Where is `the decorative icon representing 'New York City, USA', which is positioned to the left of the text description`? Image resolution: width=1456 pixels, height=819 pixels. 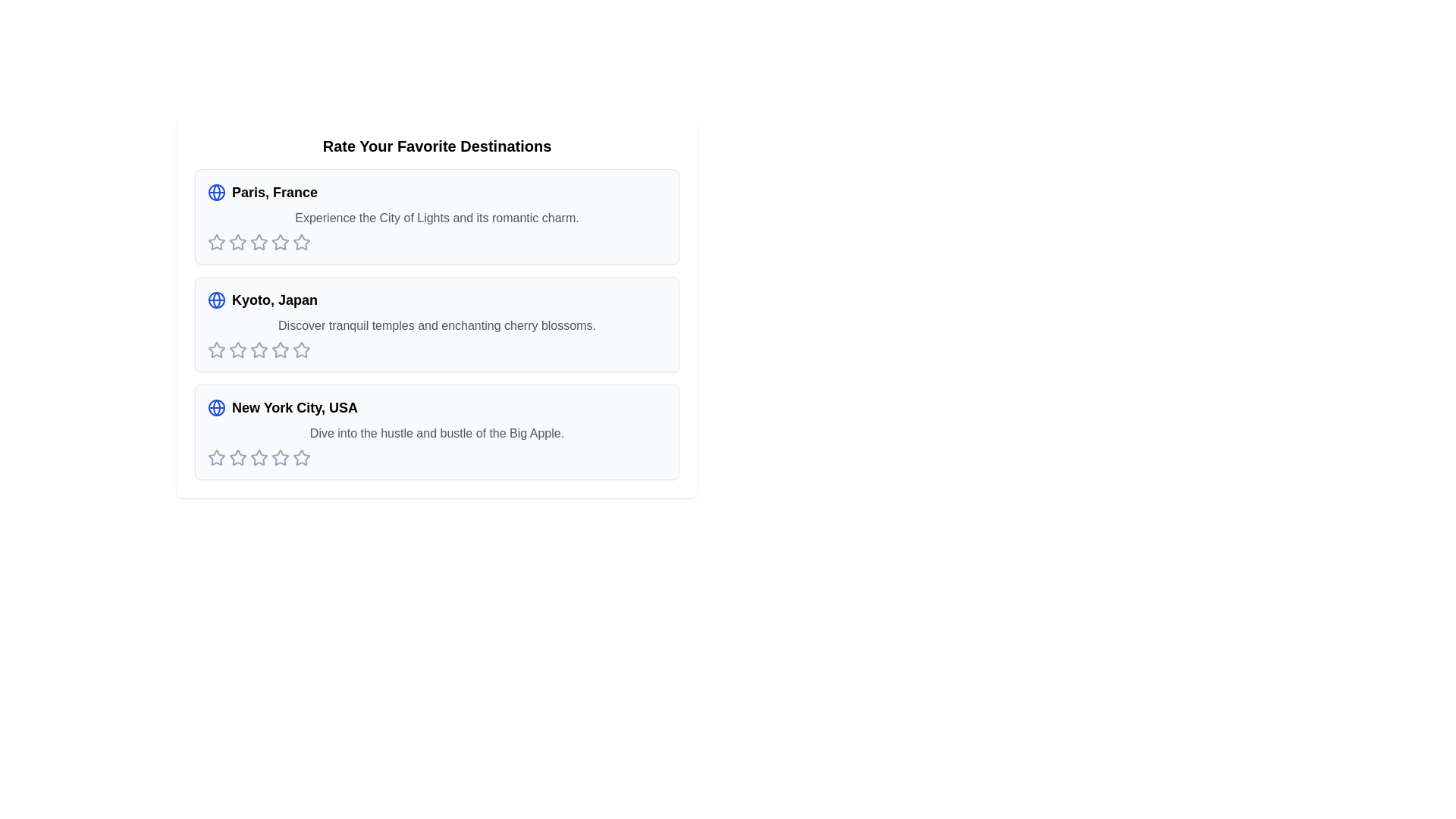 the decorative icon representing 'New York City, USA', which is positioned to the left of the text description is located at coordinates (216, 406).